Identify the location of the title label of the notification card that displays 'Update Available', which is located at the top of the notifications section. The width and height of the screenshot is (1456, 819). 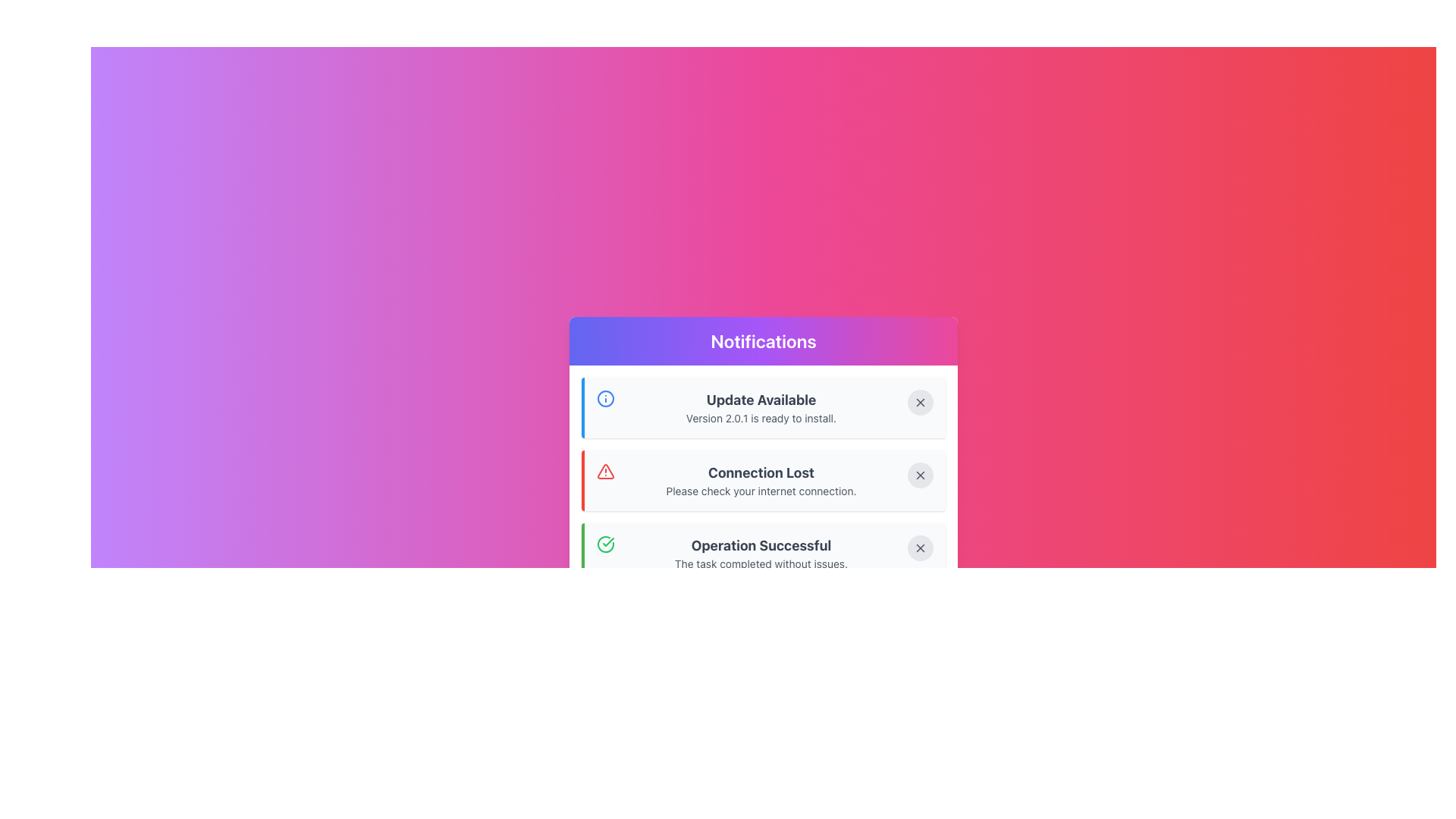
(761, 400).